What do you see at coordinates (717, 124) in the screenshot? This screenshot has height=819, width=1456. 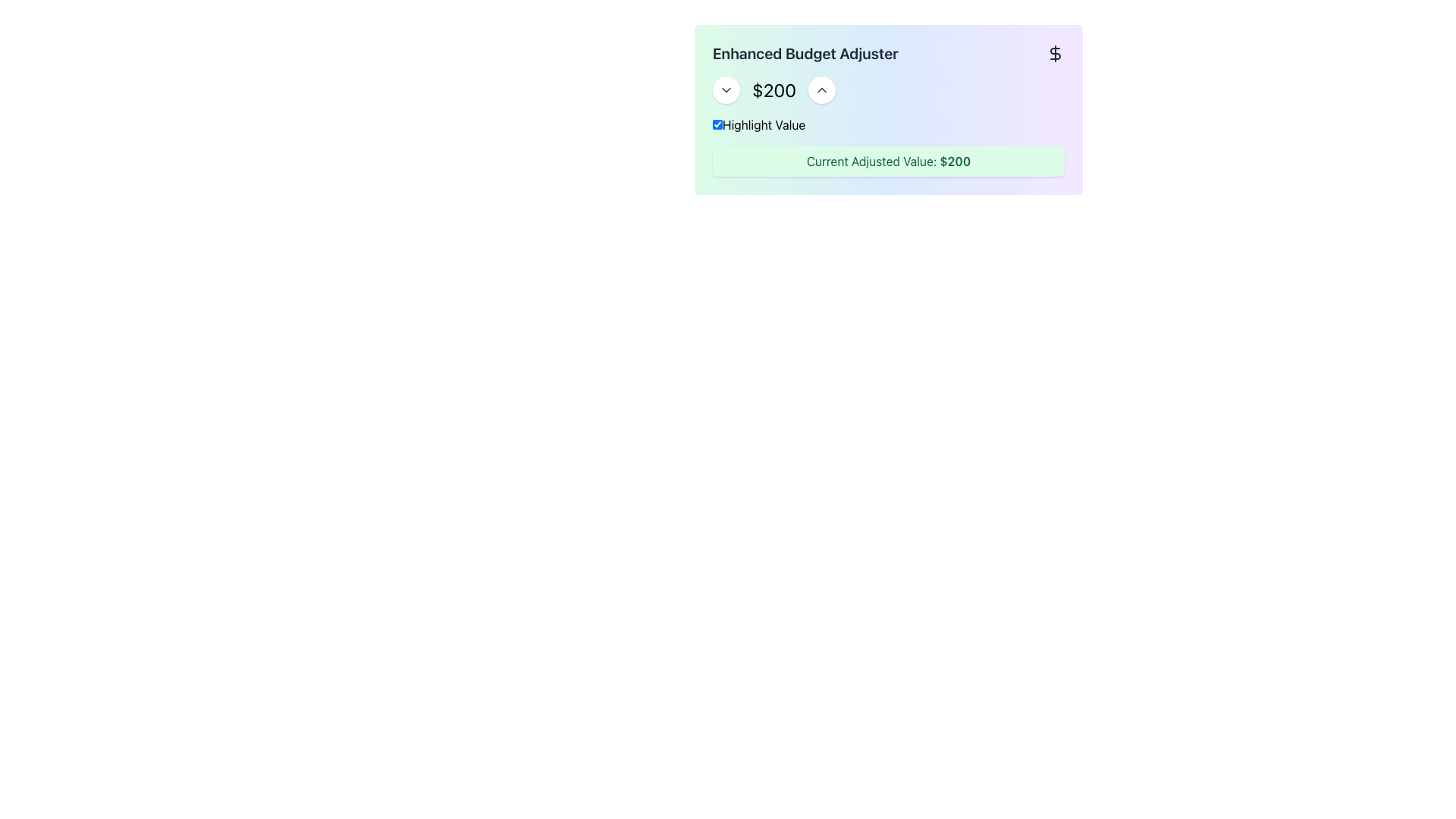 I see `the small square checkbox with a white background and thin border located in the 'Enhanced Budget Adjuster' section` at bounding box center [717, 124].